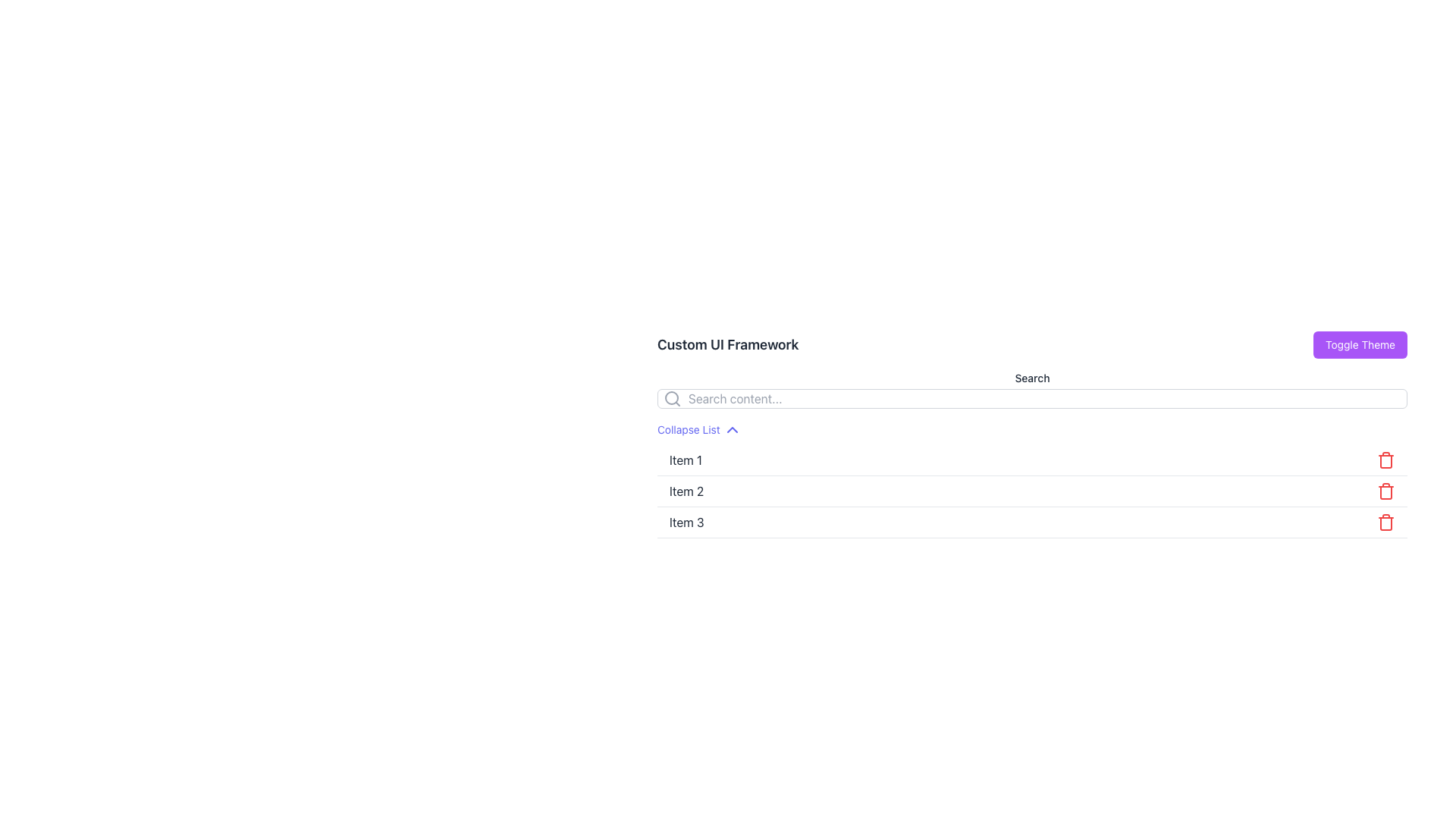  I want to click on the search input field located beneath the 'Search' label by using the tab key, so click(1031, 397).